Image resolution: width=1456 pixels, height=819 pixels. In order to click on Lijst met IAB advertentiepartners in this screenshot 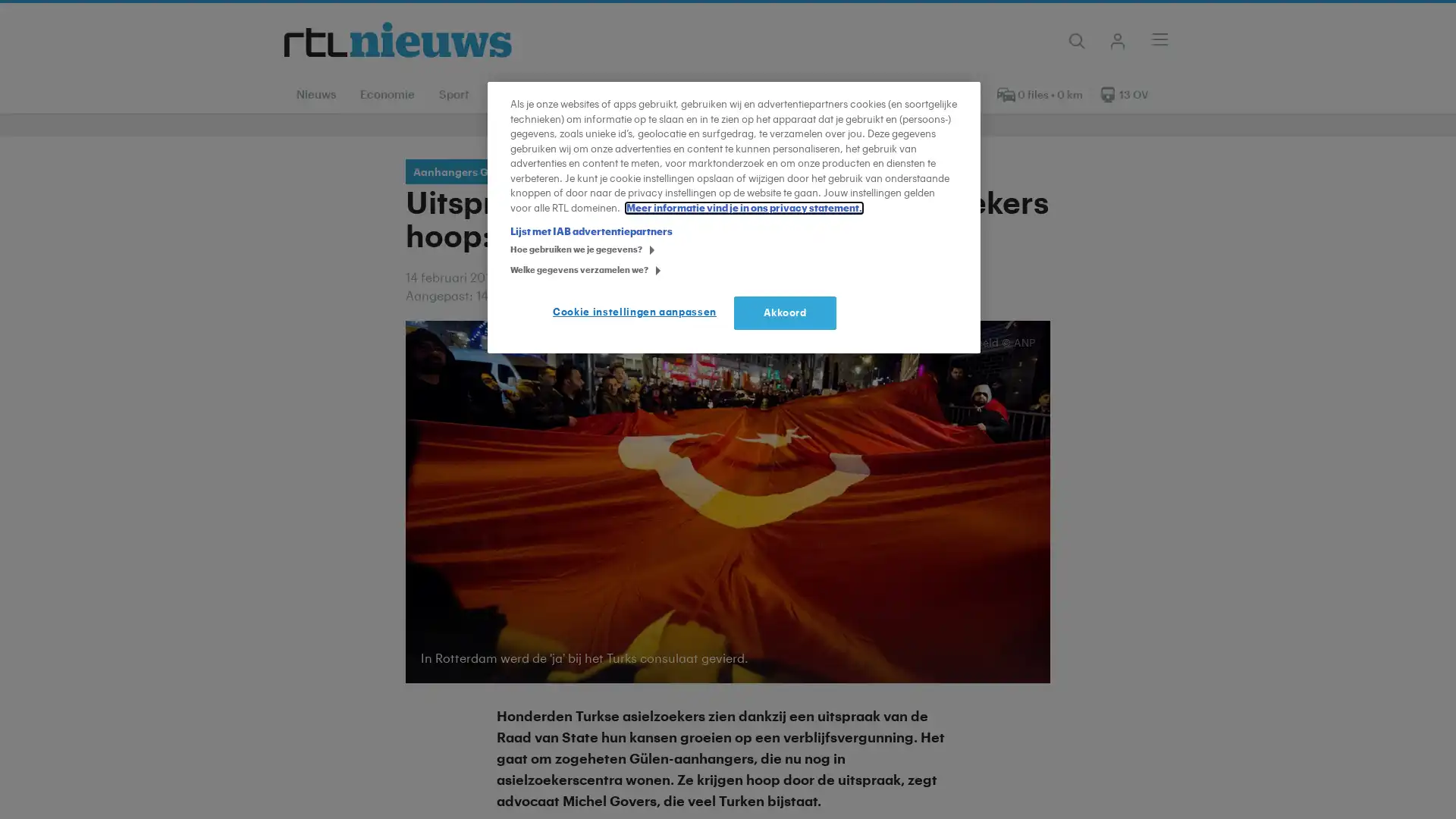, I will do `click(590, 231)`.